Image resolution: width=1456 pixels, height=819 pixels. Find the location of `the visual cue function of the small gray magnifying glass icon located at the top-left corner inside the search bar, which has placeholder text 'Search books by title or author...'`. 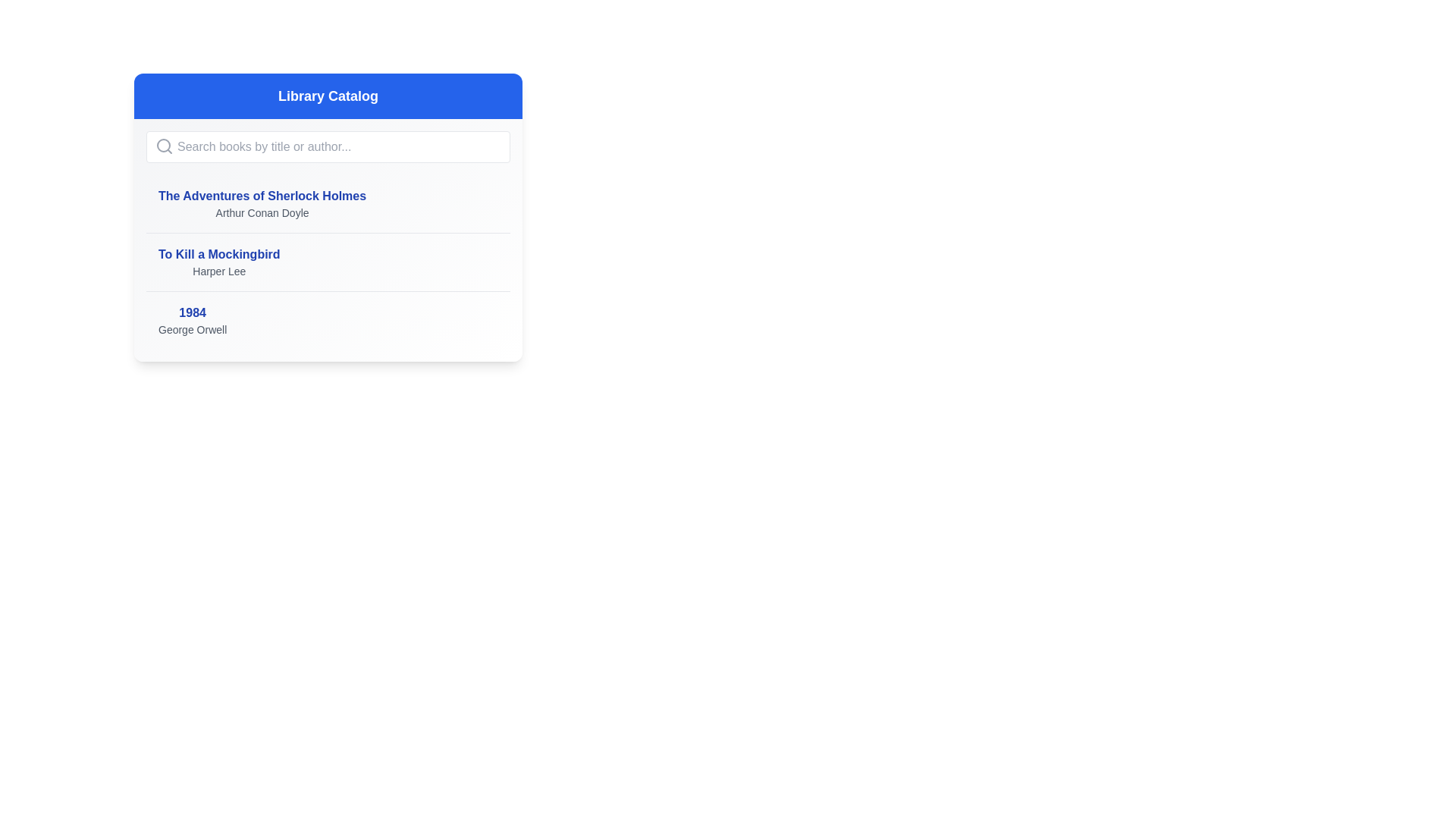

the visual cue function of the small gray magnifying glass icon located at the top-left corner inside the search bar, which has placeholder text 'Search books by title or author...' is located at coordinates (164, 146).